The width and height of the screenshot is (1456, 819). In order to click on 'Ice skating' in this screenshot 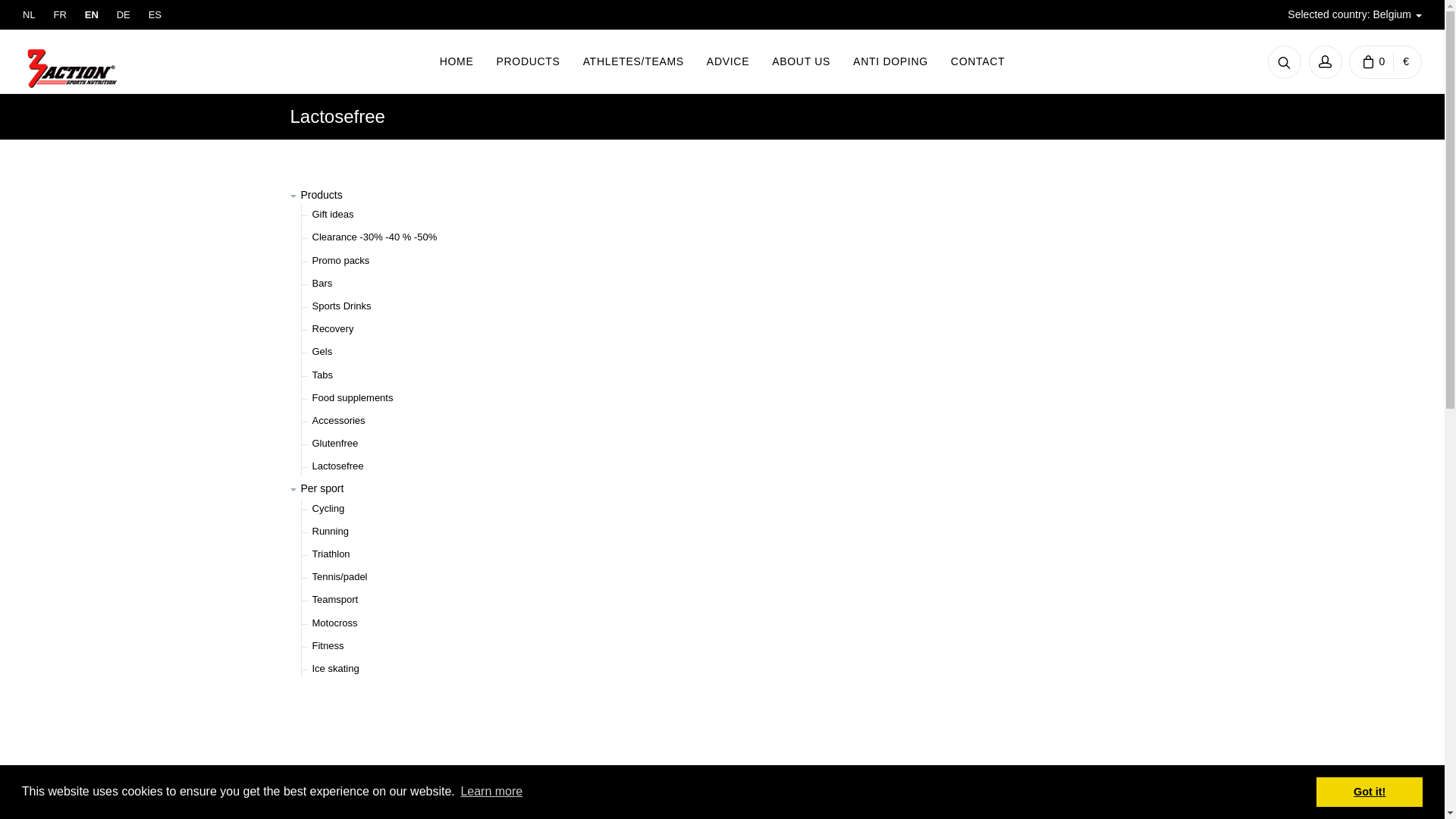, I will do `click(334, 667)`.